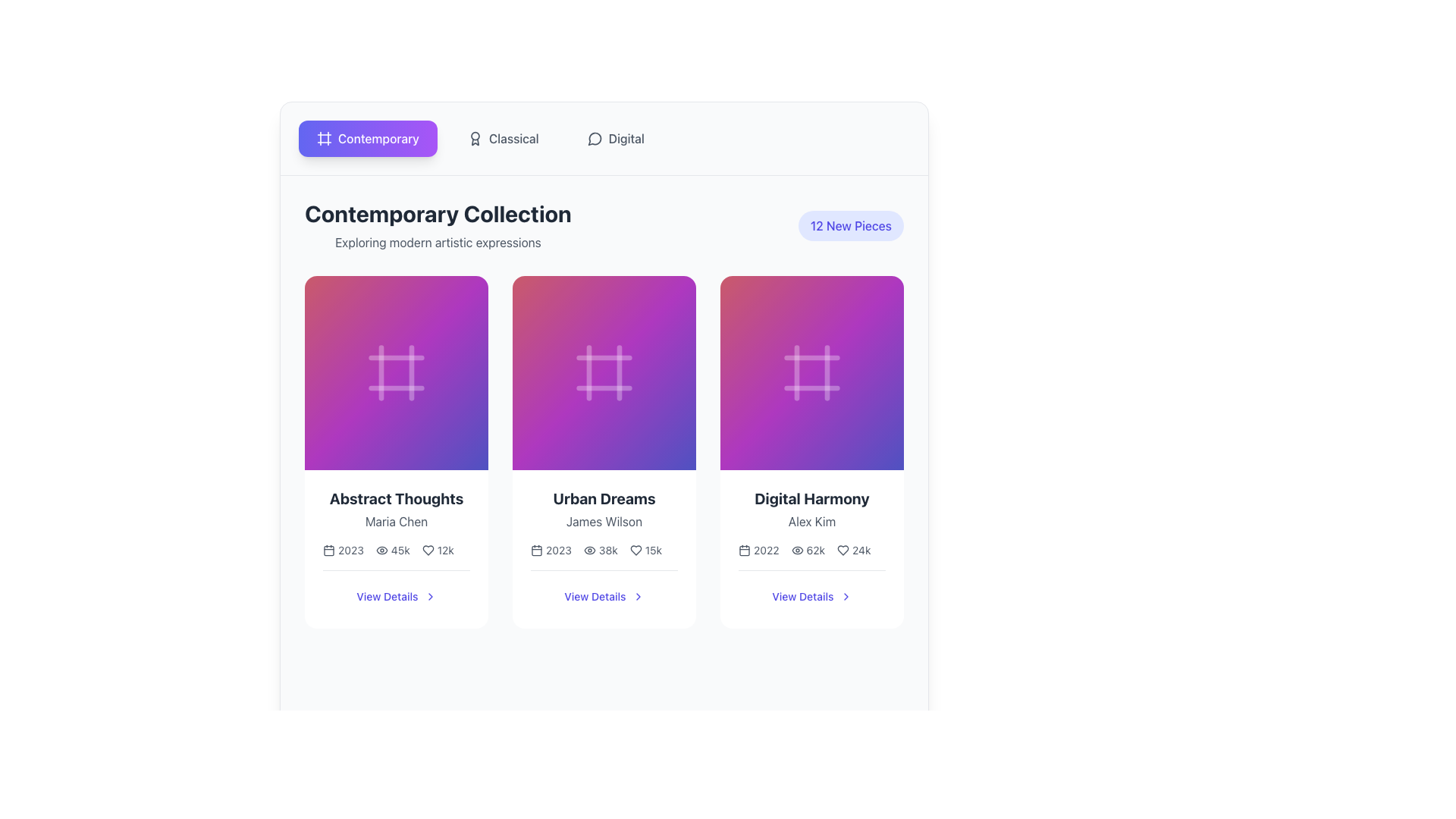 This screenshot has width=1456, height=819. I want to click on the text label indicating the author or creator, which is positioned below the heading 'Abstract Thoughts' in the leftmost card of the grid layout, so click(397, 520).